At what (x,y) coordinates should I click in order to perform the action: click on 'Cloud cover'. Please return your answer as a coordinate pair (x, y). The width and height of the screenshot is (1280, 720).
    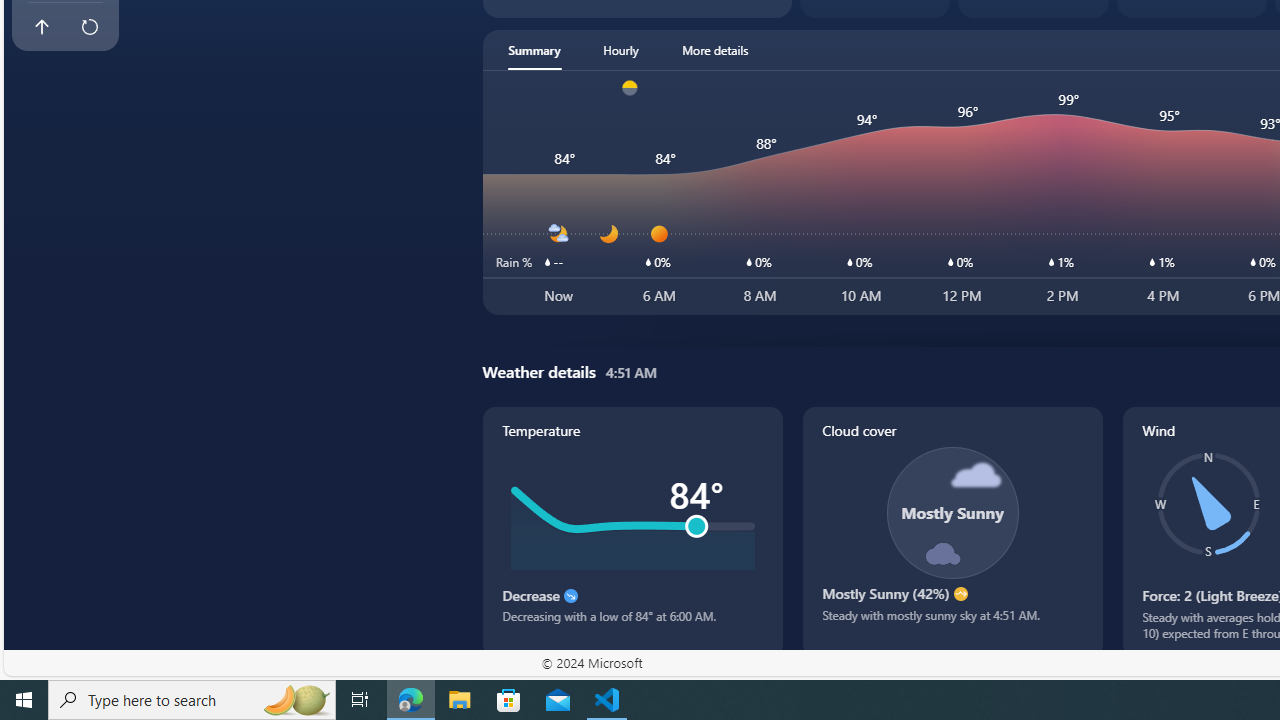
    Looking at the image, I should click on (951, 530).